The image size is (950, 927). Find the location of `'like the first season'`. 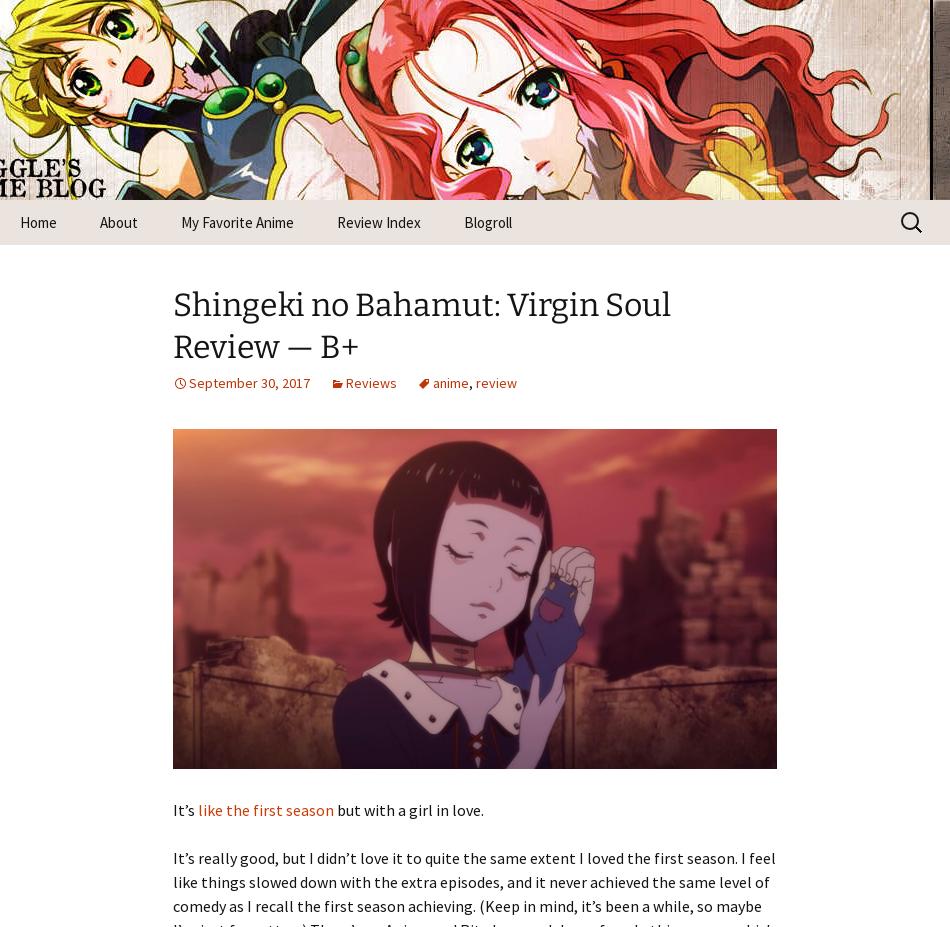

'like the first season' is located at coordinates (265, 808).